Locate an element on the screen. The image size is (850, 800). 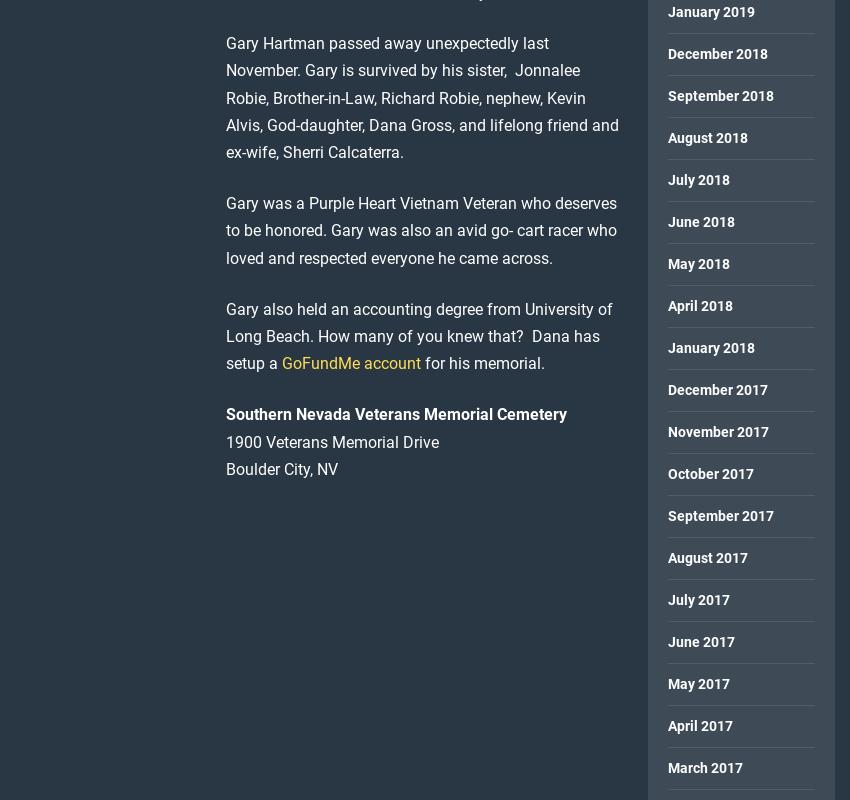
'October 2017' is located at coordinates (666, 473).